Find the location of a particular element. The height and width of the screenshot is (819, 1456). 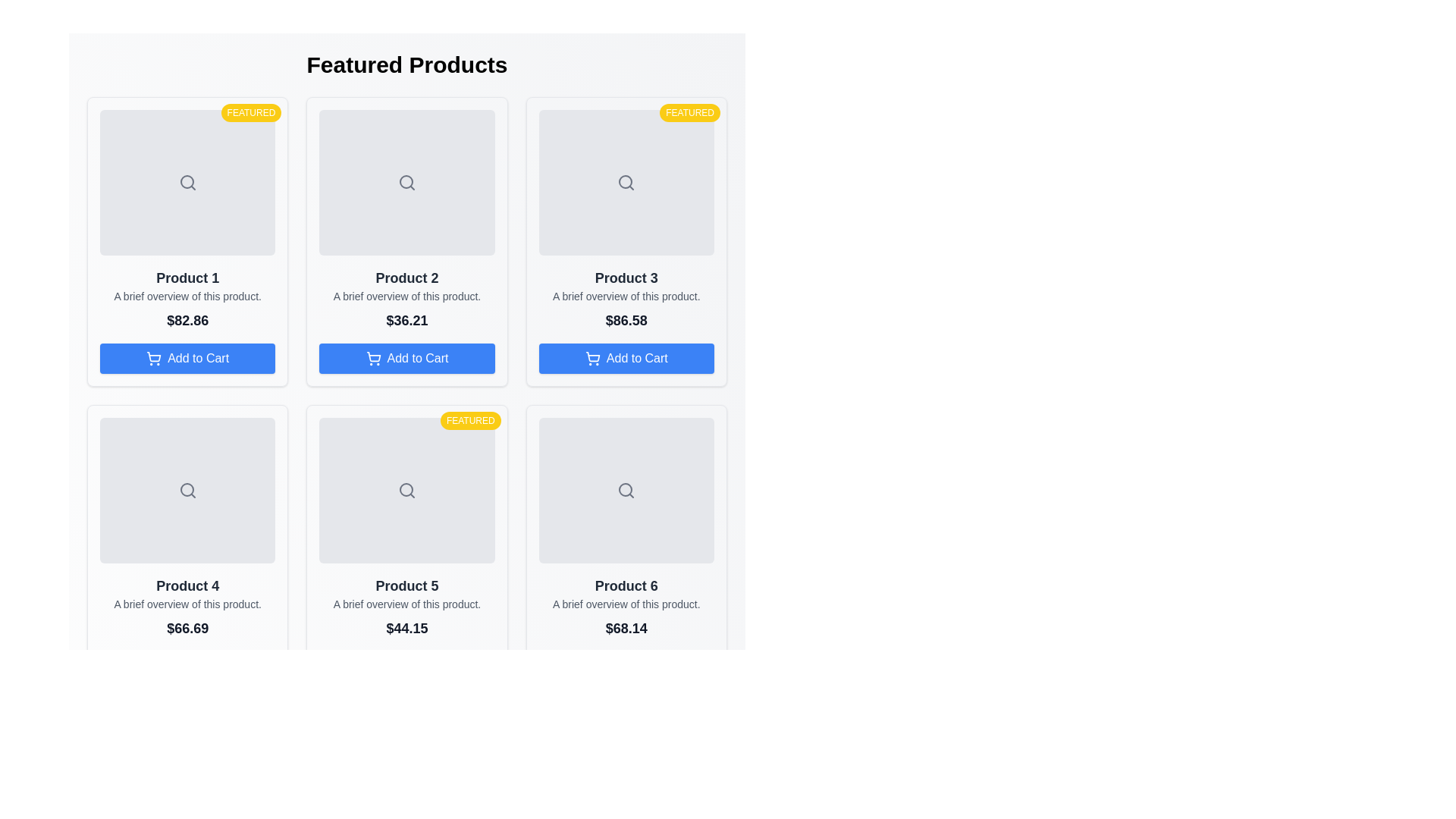

the price label of 'Product 5', which is styled in bold, large black text and located above the 'Add to Cart' button is located at coordinates (407, 629).